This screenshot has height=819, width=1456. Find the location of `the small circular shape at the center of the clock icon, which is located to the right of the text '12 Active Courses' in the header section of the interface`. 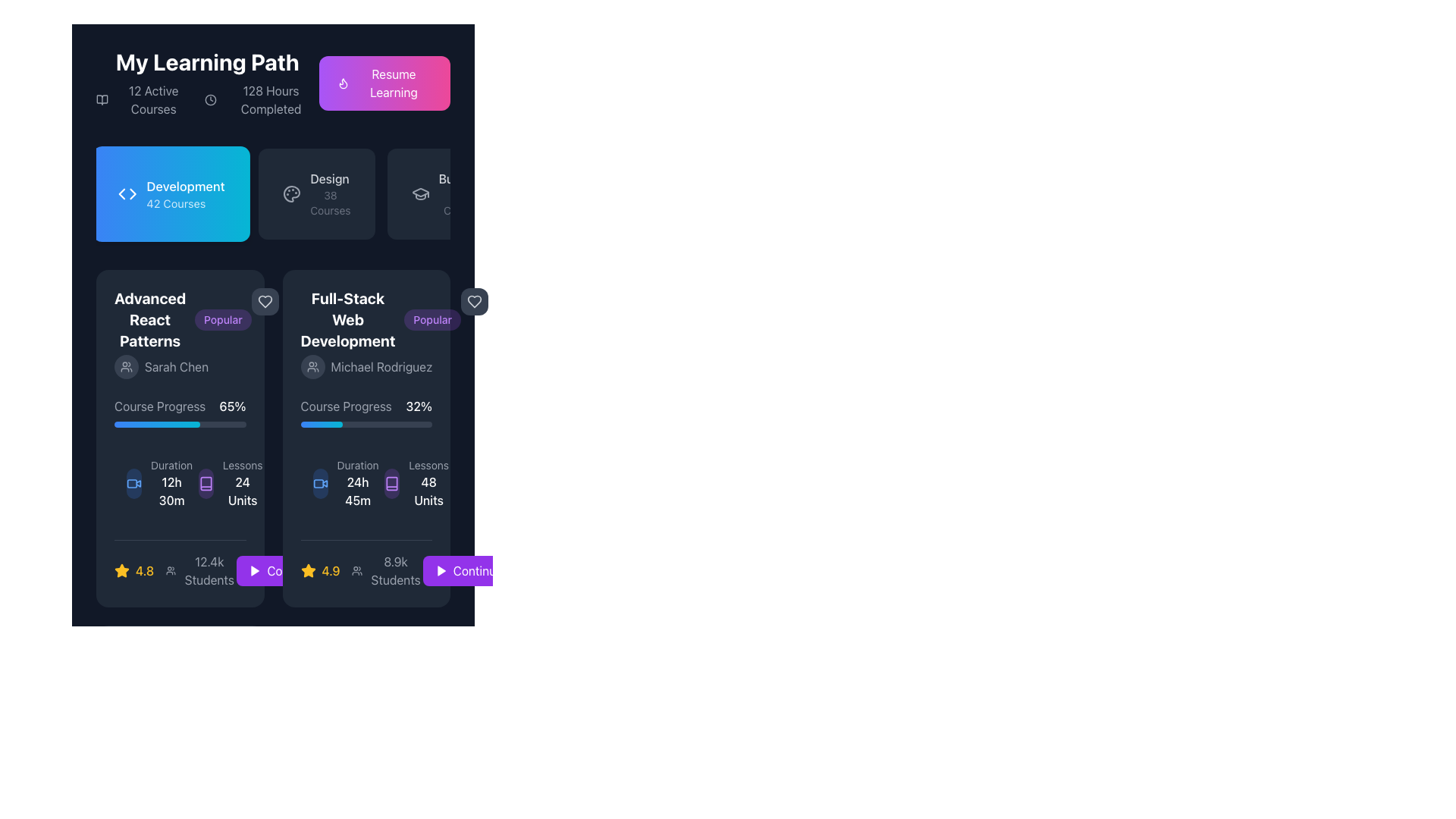

the small circular shape at the center of the clock icon, which is located to the right of the text '12 Active Courses' in the header section of the interface is located at coordinates (210, 99).